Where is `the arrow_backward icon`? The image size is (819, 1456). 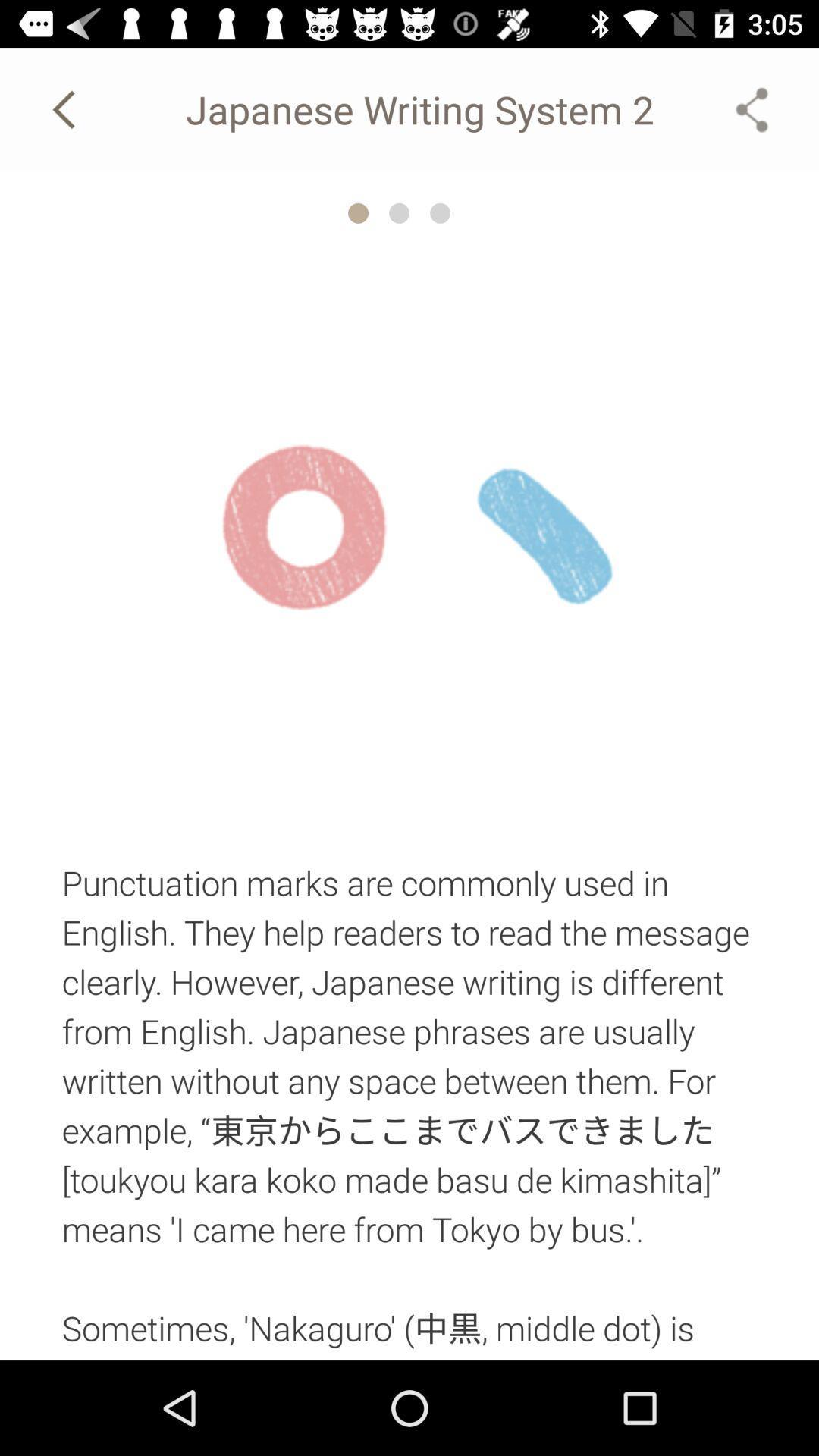 the arrow_backward icon is located at coordinates (66, 108).